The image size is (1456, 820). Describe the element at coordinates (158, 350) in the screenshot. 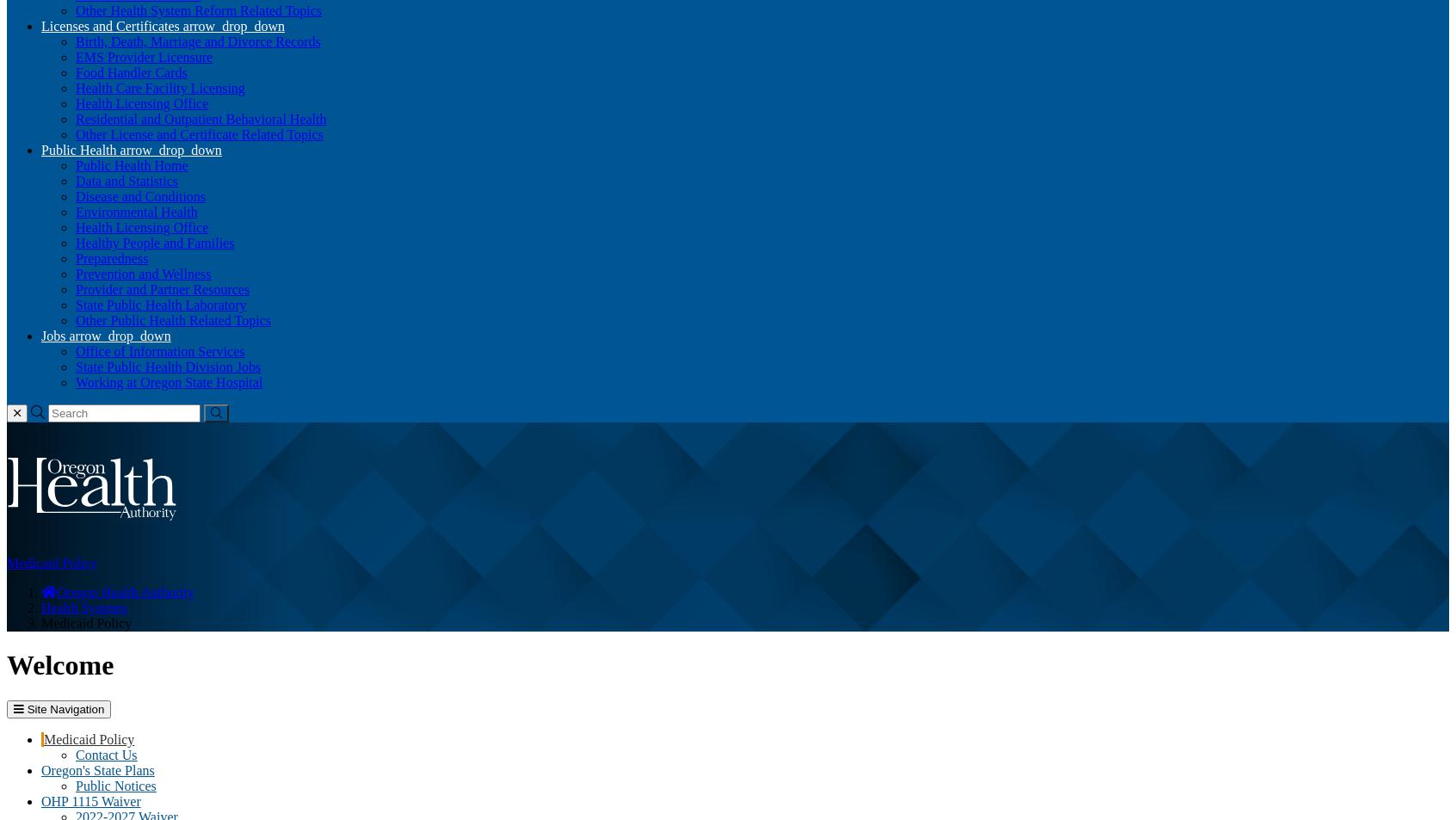

I see `'Office of Information Services'` at that location.